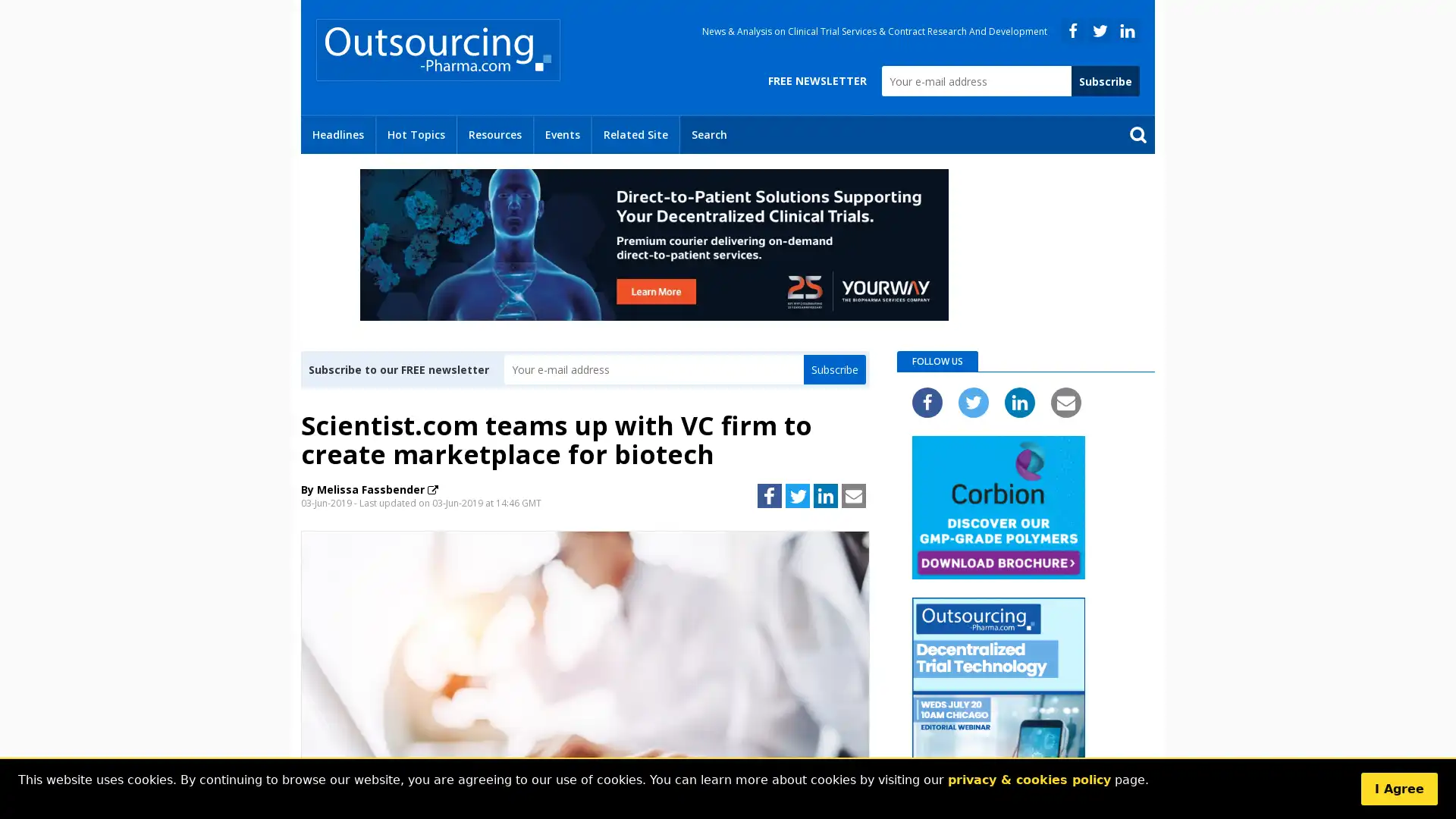 This screenshot has width=1456, height=819. I want to click on Send, so click(1138, 133).